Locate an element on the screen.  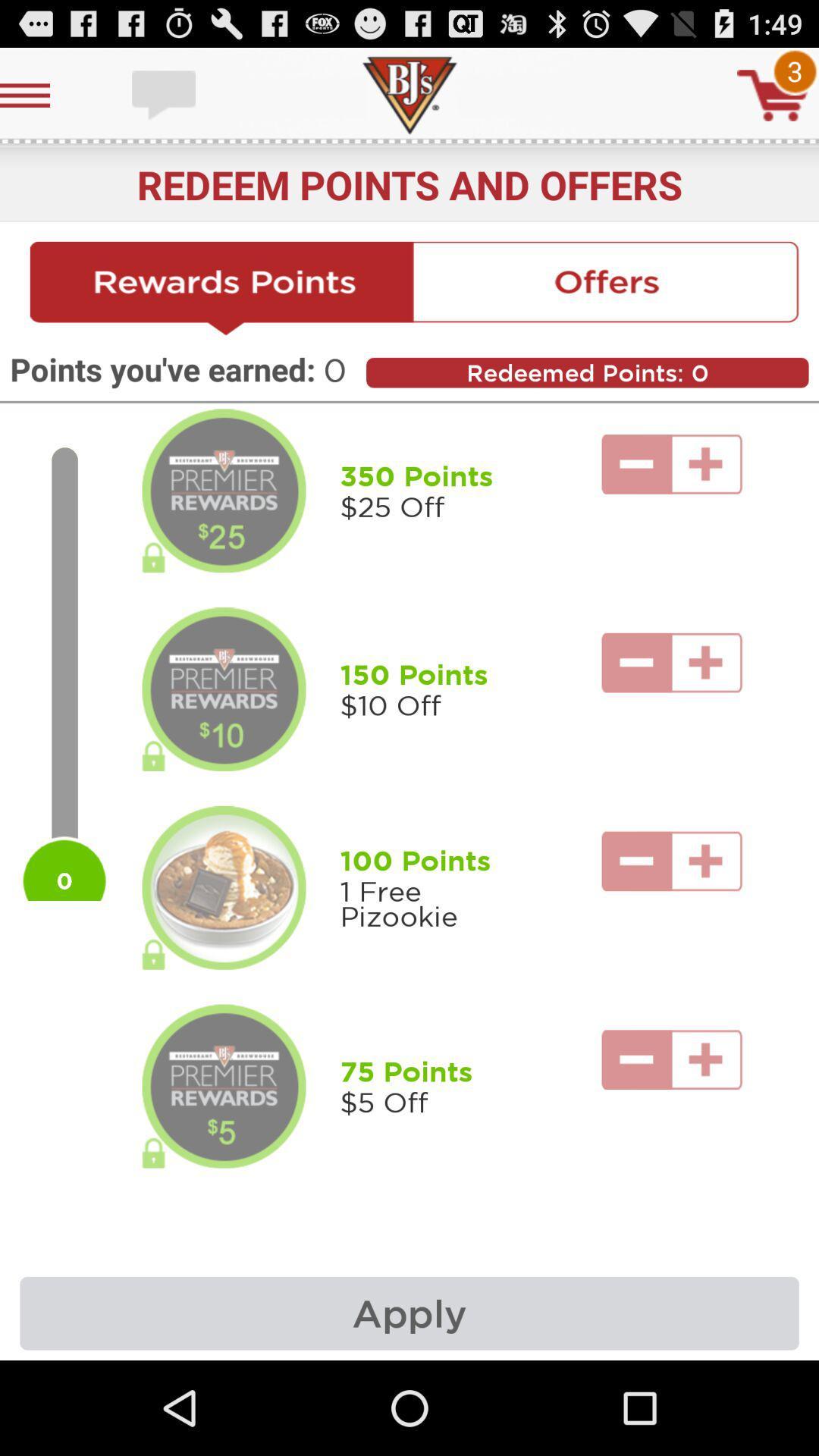
icon to open reward is located at coordinates (224, 689).